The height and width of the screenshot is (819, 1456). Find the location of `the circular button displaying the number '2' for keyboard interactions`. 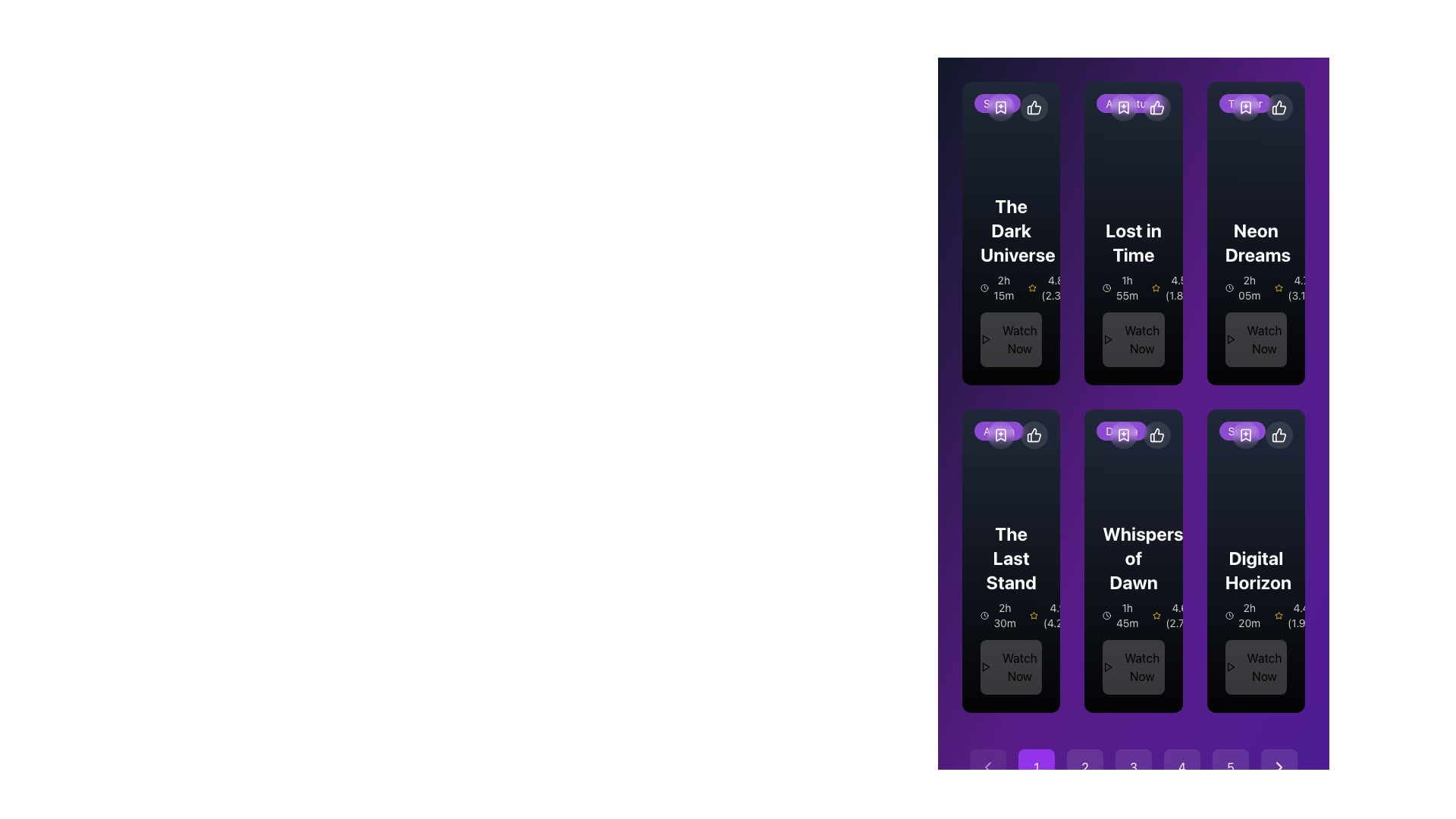

the circular button displaying the number '2' for keyboard interactions is located at coordinates (1084, 767).